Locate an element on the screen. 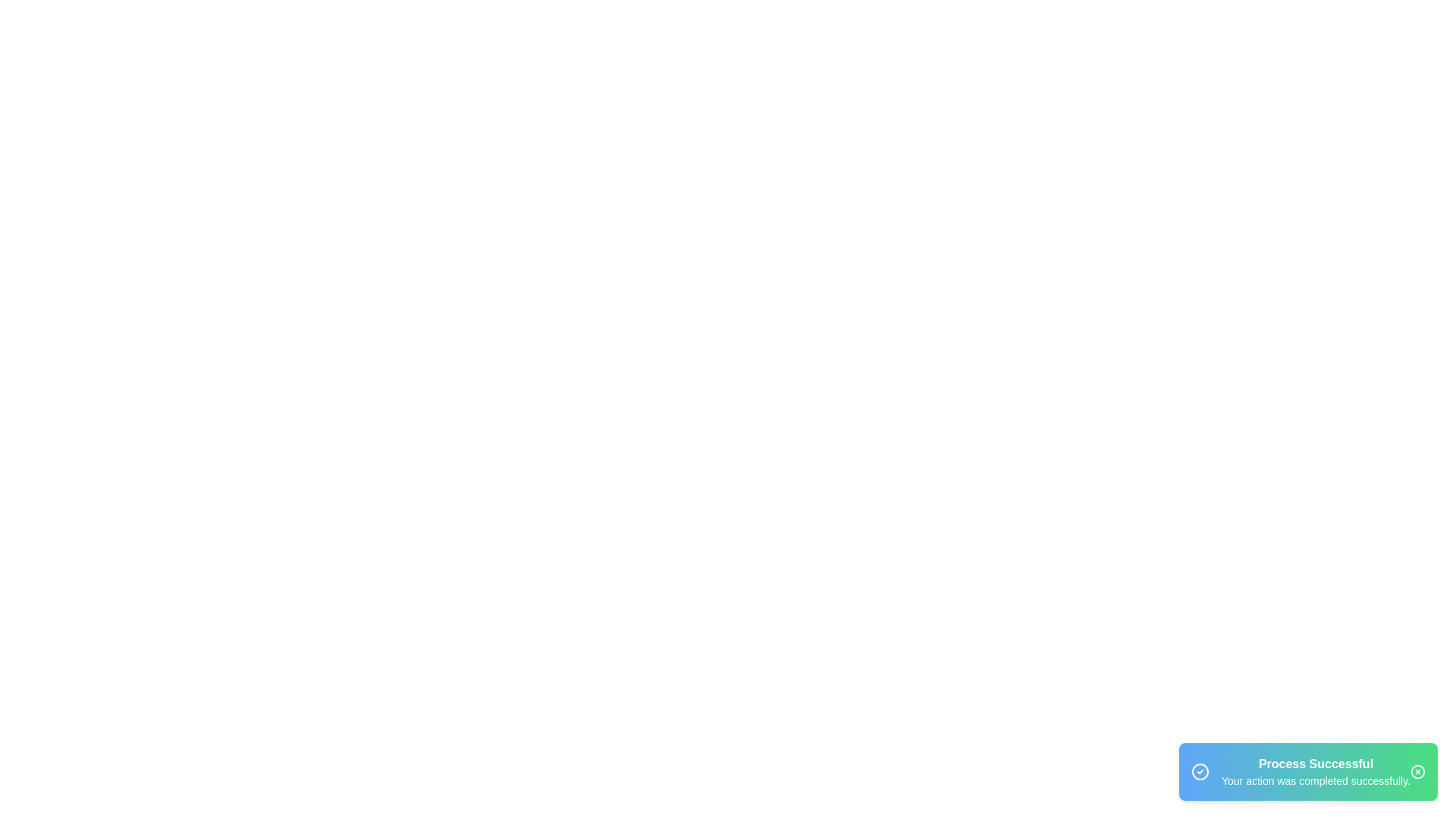  the snackbar to visually inspect its contents is located at coordinates (1307, 772).